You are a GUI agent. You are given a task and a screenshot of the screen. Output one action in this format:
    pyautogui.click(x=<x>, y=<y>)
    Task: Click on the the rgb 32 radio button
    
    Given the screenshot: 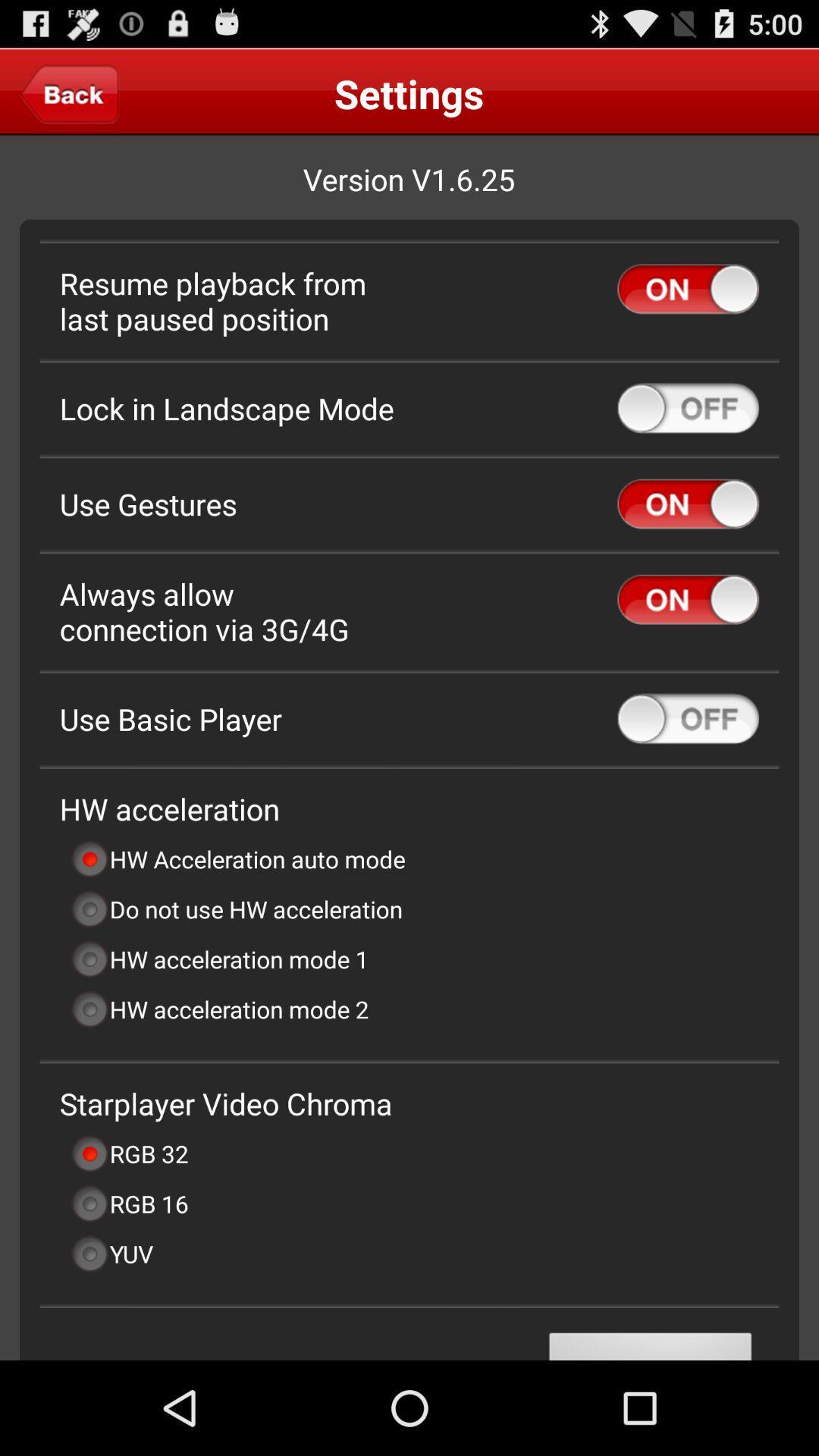 What is the action you would take?
    pyautogui.click(x=128, y=1153)
    